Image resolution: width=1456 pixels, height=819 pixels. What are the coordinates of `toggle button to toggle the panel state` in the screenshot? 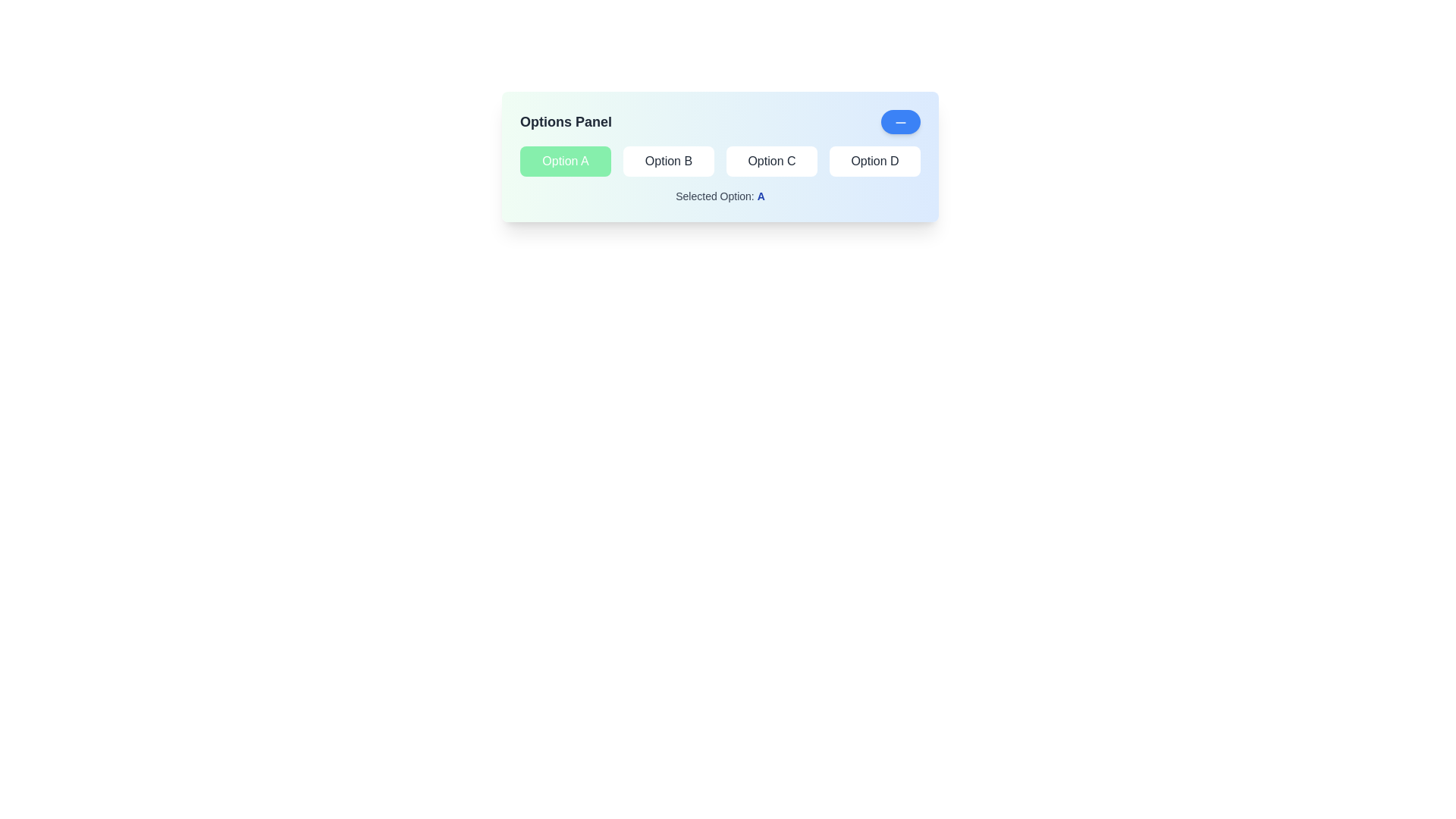 It's located at (901, 121).